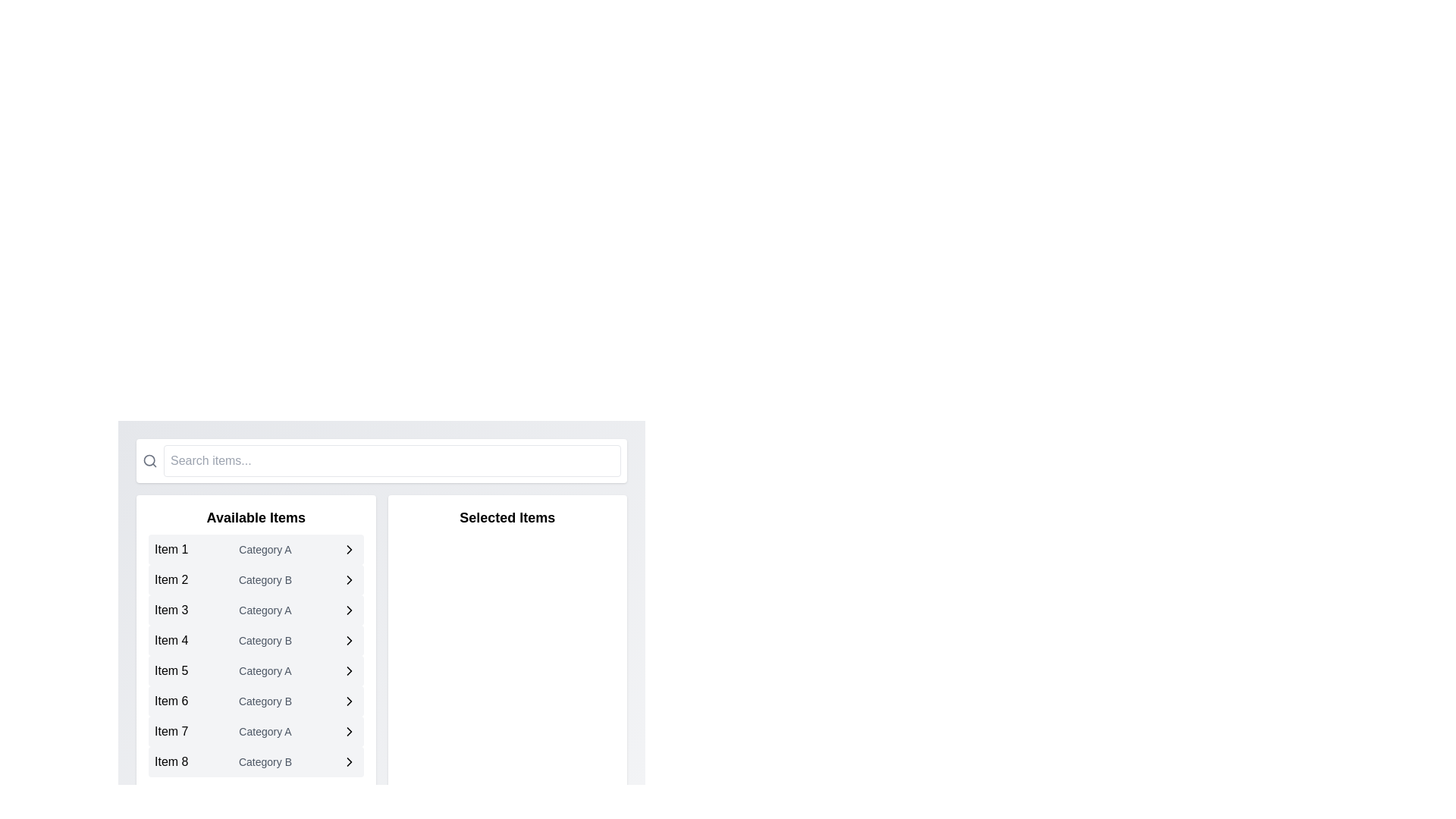  I want to click on the first list item labeled 'Item 1 Category A' under 'Available Items', so click(256, 550).